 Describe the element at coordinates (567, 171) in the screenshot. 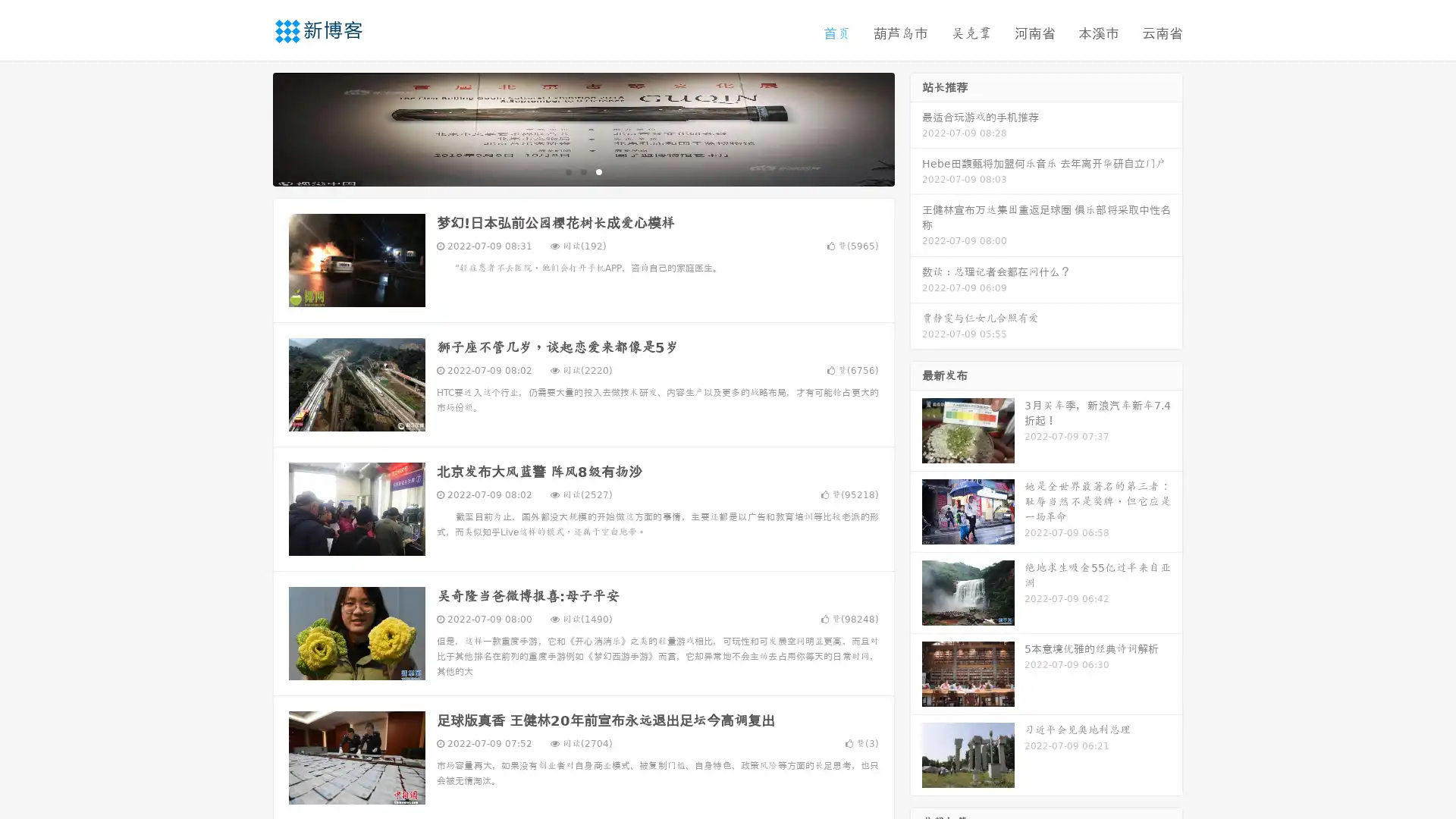

I see `Go to slide 1` at that location.